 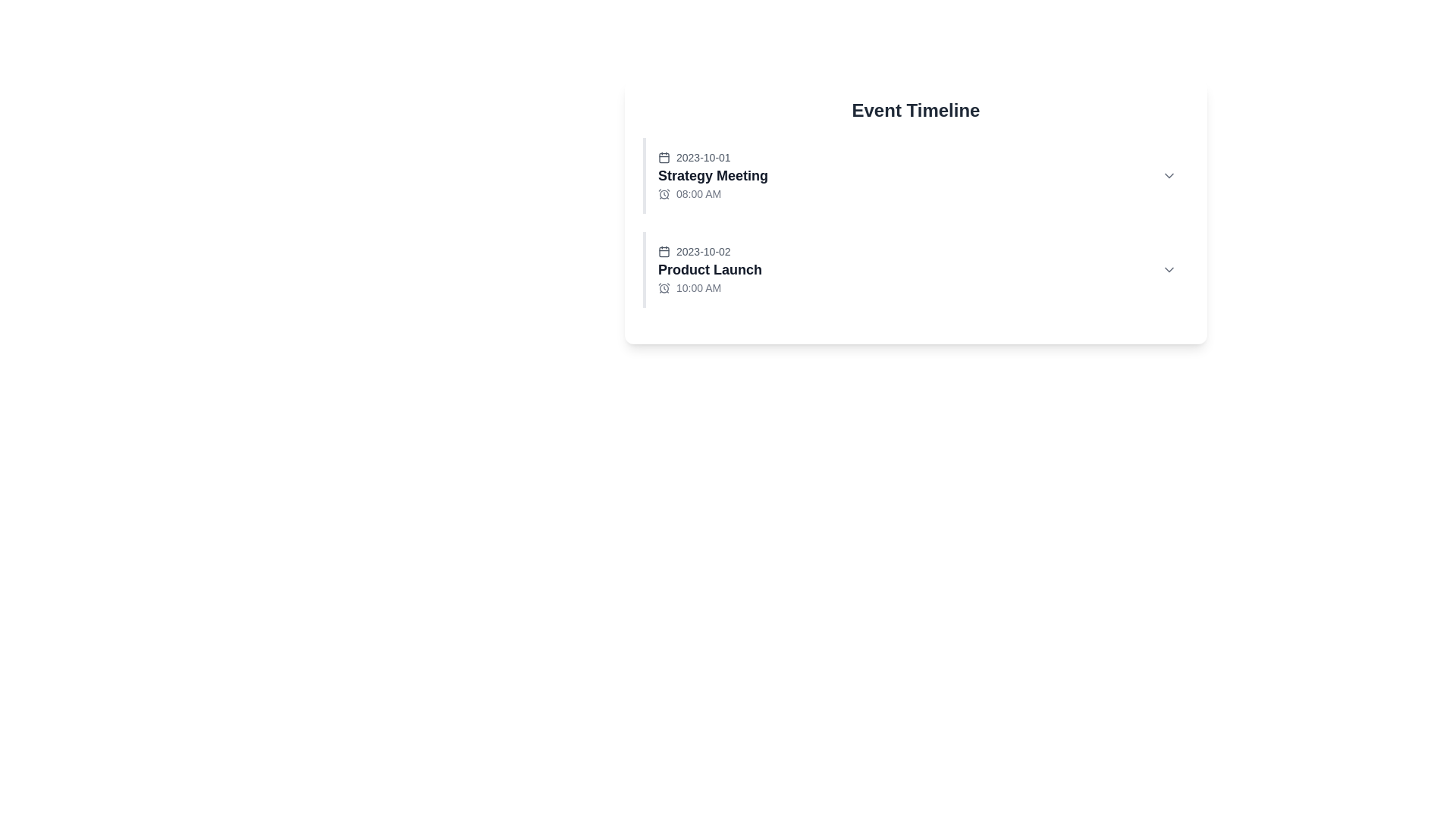 I want to click on the event entry displaying 'Product Launch' scheduled for '2023-10-02', so click(x=709, y=268).